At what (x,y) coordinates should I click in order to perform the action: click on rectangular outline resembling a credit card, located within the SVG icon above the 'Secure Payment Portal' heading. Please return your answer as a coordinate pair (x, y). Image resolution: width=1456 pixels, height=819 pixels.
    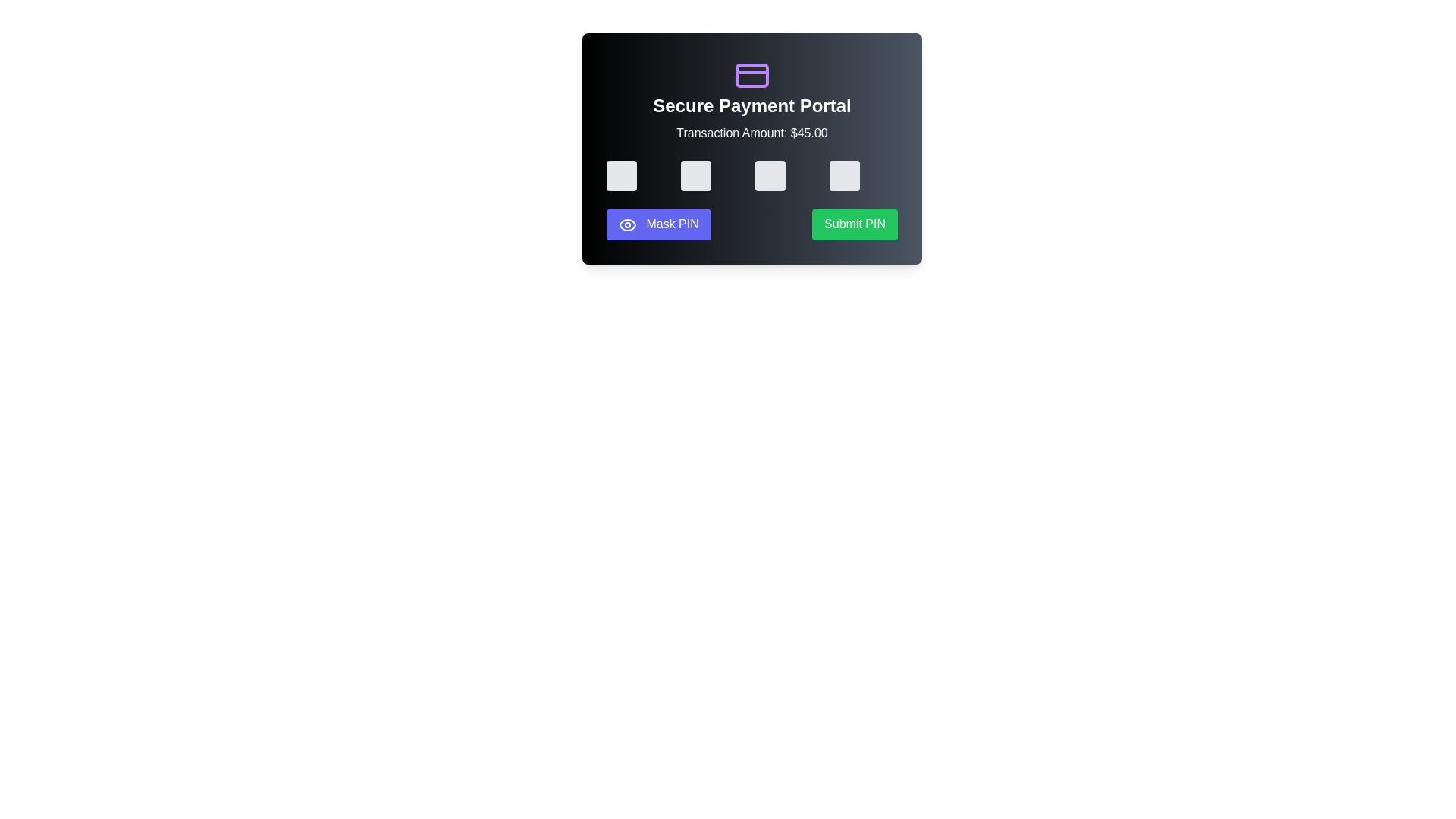
    Looking at the image, I should click on (752, 76).